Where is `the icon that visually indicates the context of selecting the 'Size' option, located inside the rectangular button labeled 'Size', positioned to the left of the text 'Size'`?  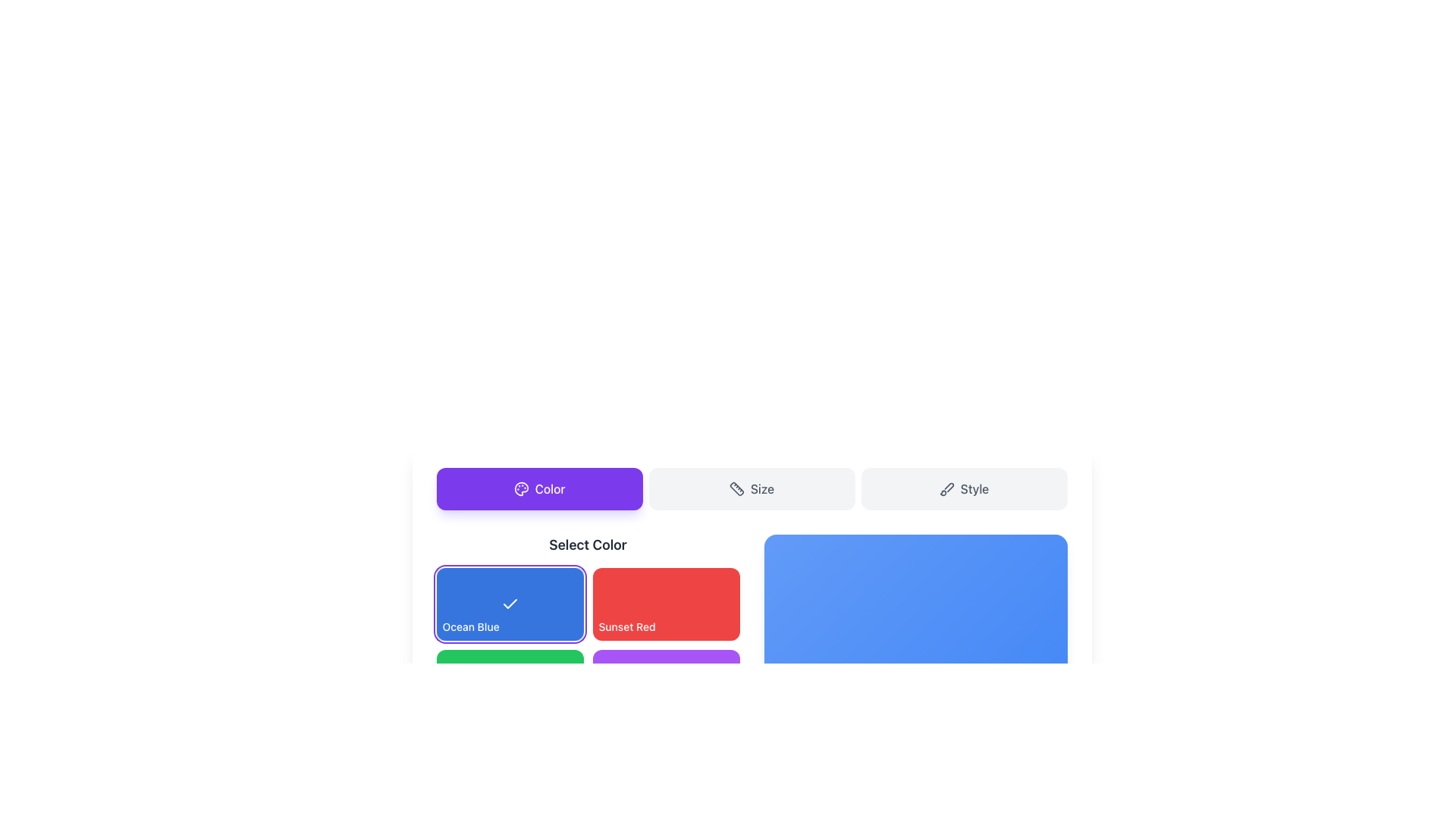 the icon that visually indicates the context of selecting the 'Size' option, located inside the rectangular button labeled 'Size', positioned to the left of the text 'Size' is located at coordinates (736, 488).